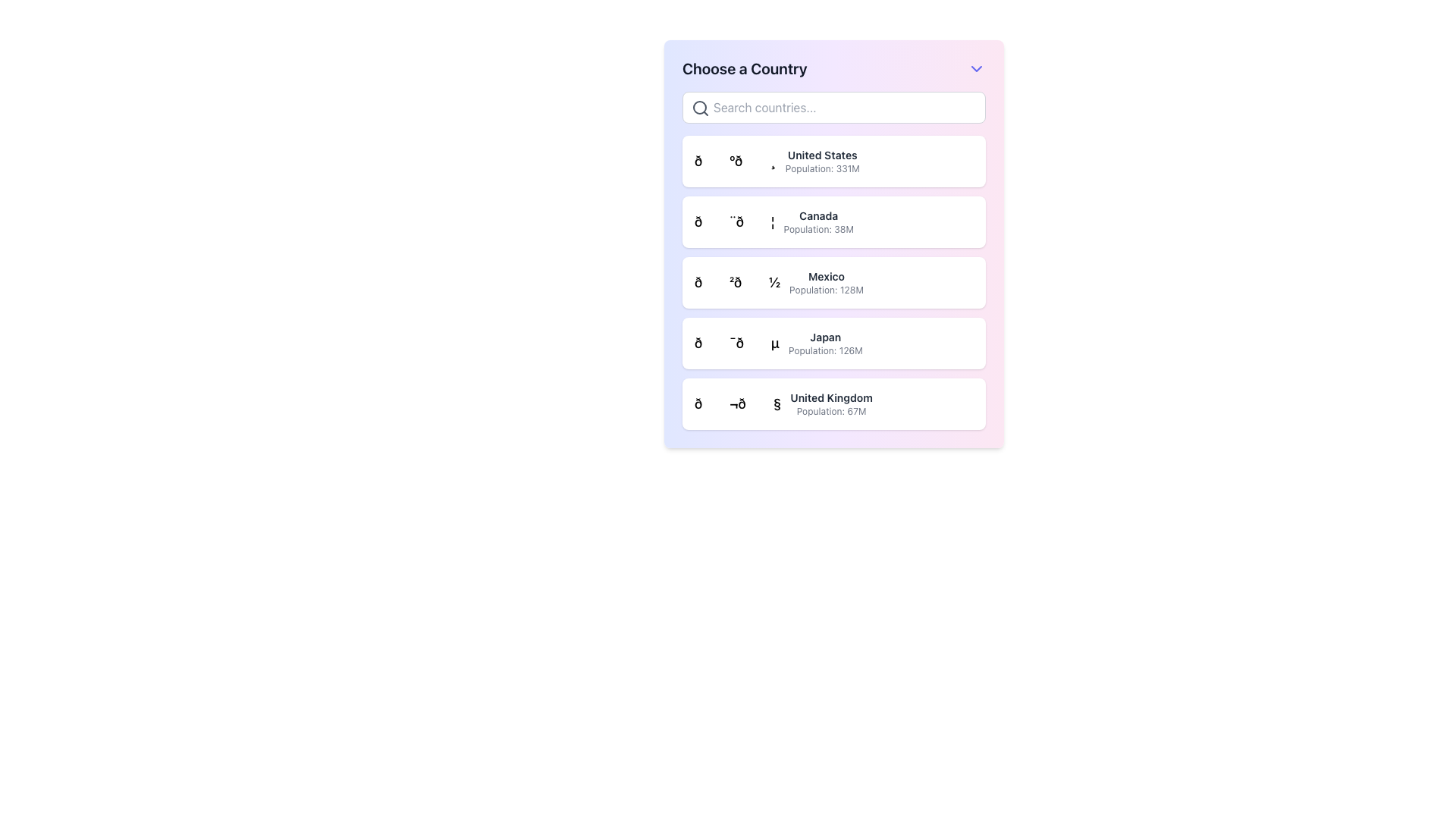 The image size is (1456, 819). Describe the element at coordinates (700, 107) in the screenshot. I see `the gray magnifying glass icon indicating the search function, located to the left inside the search input field` at that location.